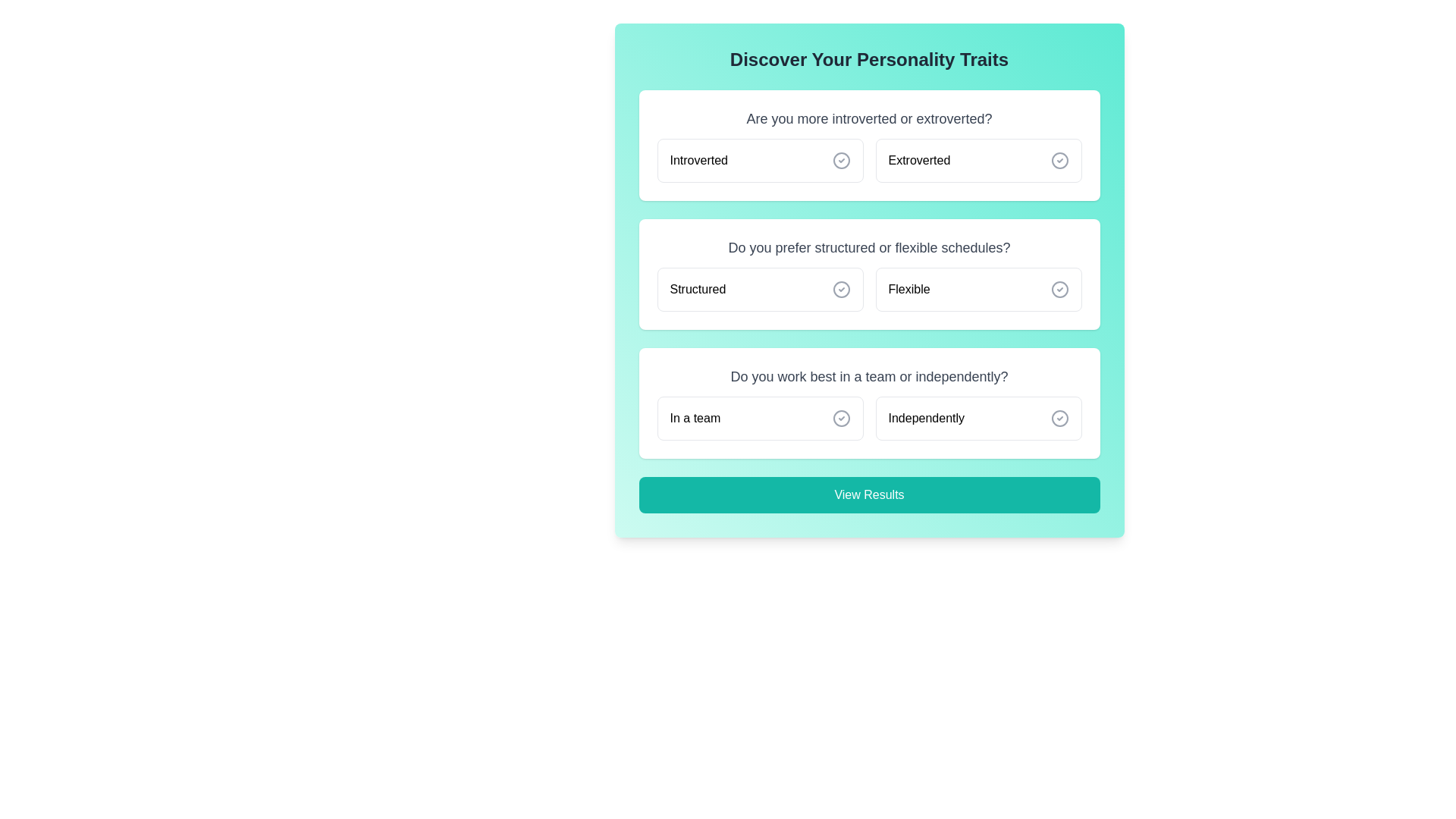 The width and height of the screenshot is (1456, 819). What do you see at coordinates (840, 161) in the screenshot?
I see `the checkbox` at bounding box center [840, 161].